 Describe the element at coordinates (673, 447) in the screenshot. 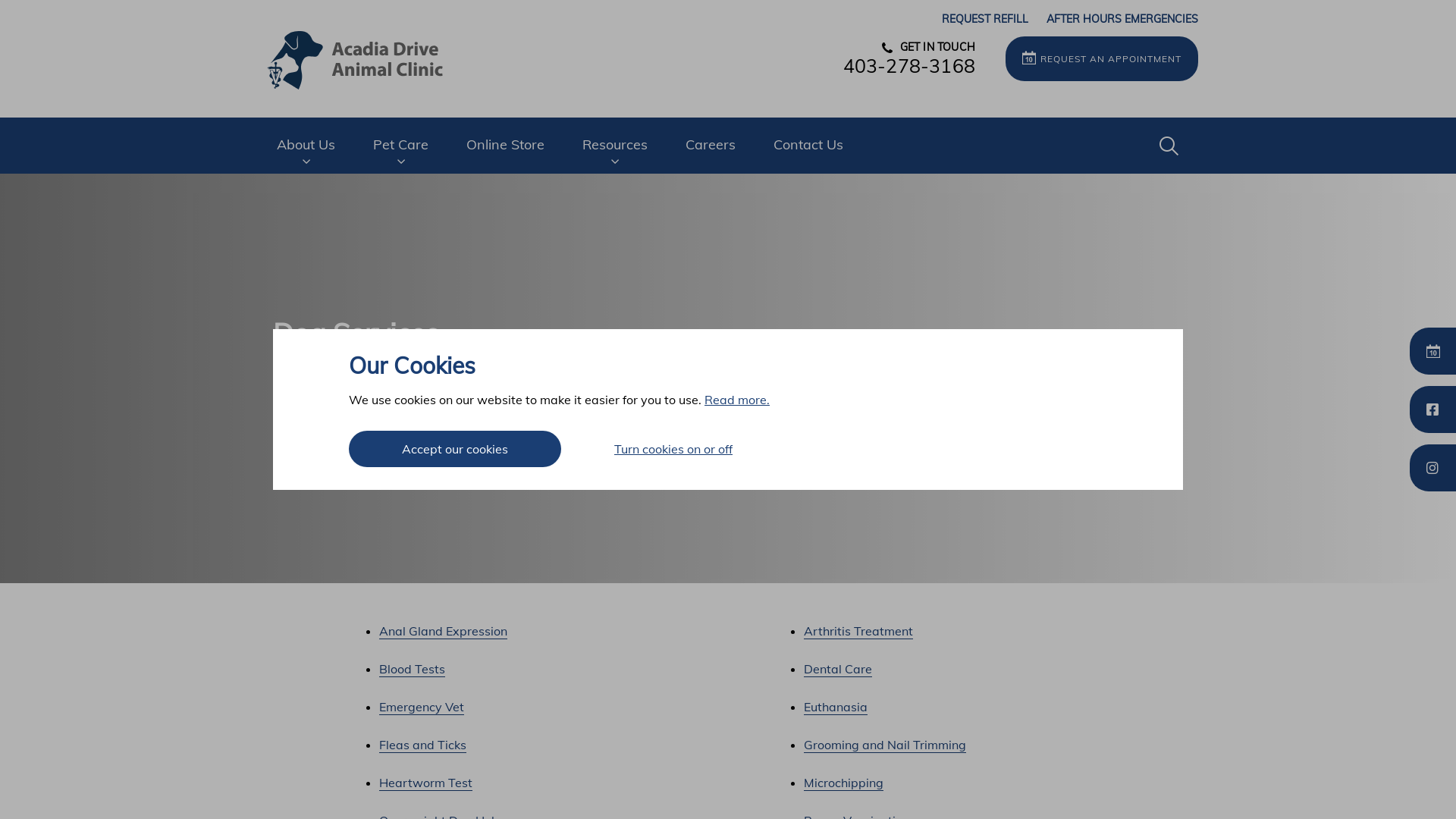

I see `'Turn cookies on or off'` at that location.